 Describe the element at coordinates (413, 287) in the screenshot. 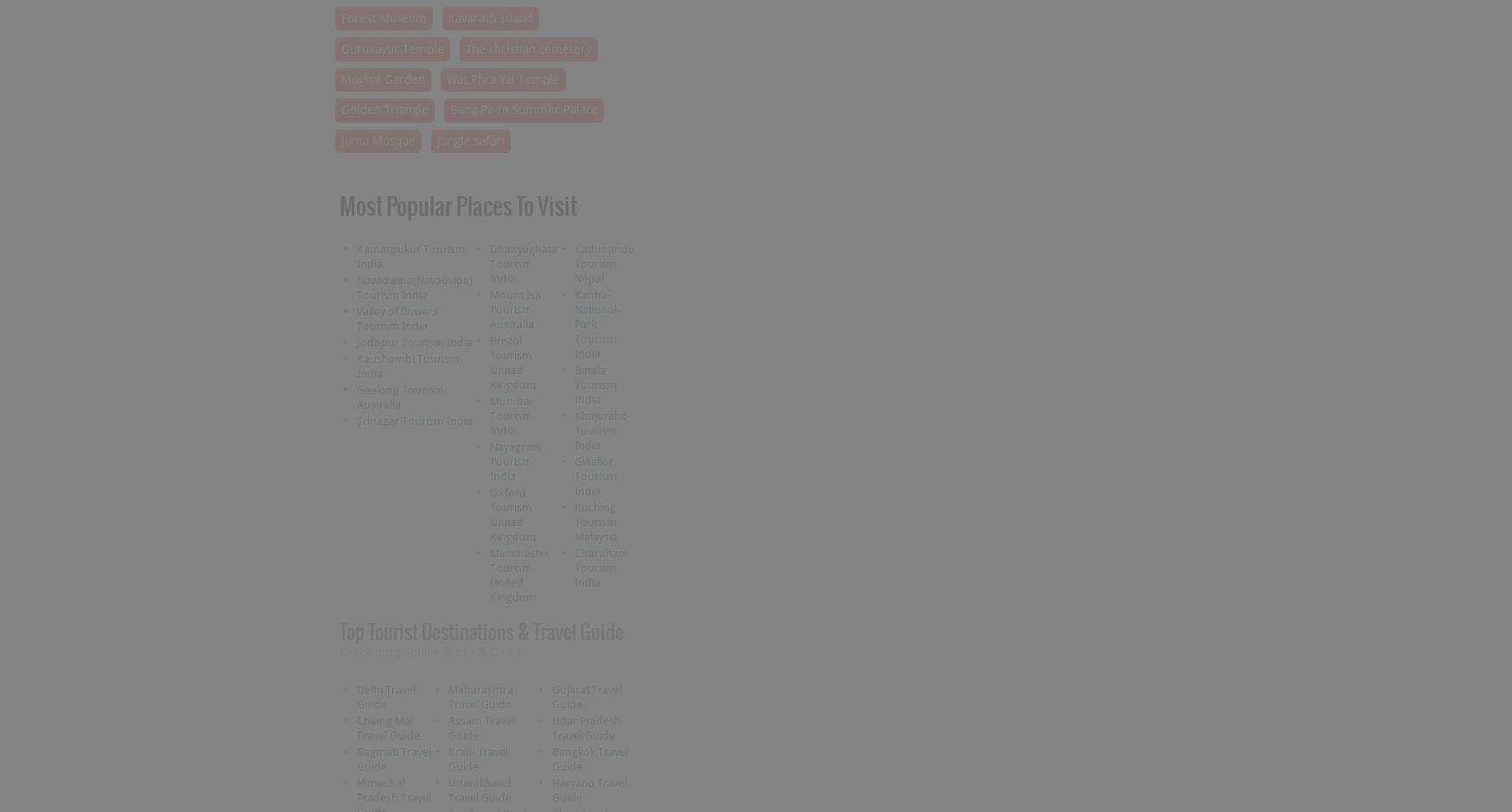

I see `'Navadwipa(Navadvipa) Tourism  India'` at that location.